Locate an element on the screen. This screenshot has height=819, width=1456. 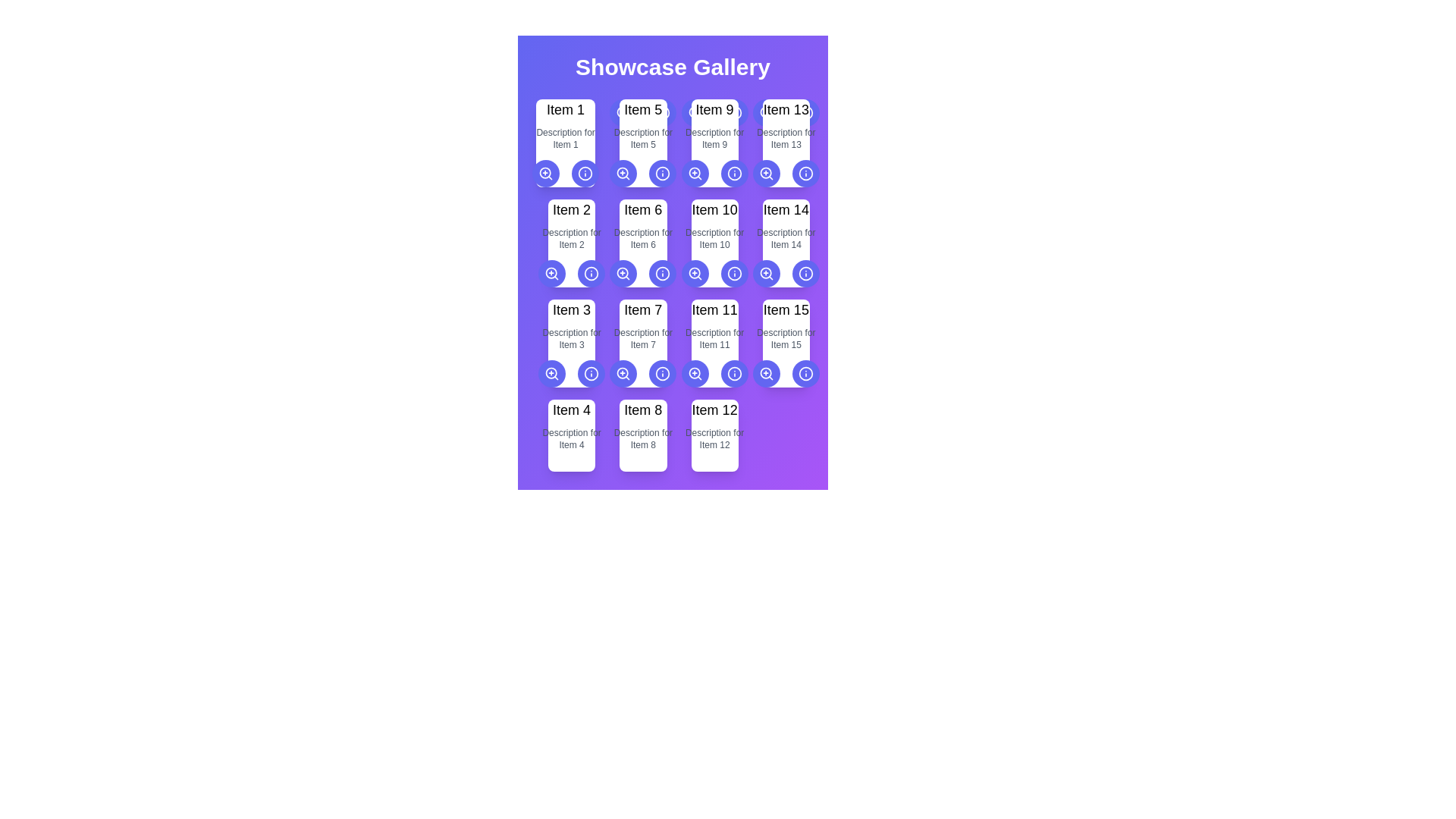
the circular component of the 'info' icon associated with the 'Item 6' card located in the second row of the grid is located at coordinates (663, 274).